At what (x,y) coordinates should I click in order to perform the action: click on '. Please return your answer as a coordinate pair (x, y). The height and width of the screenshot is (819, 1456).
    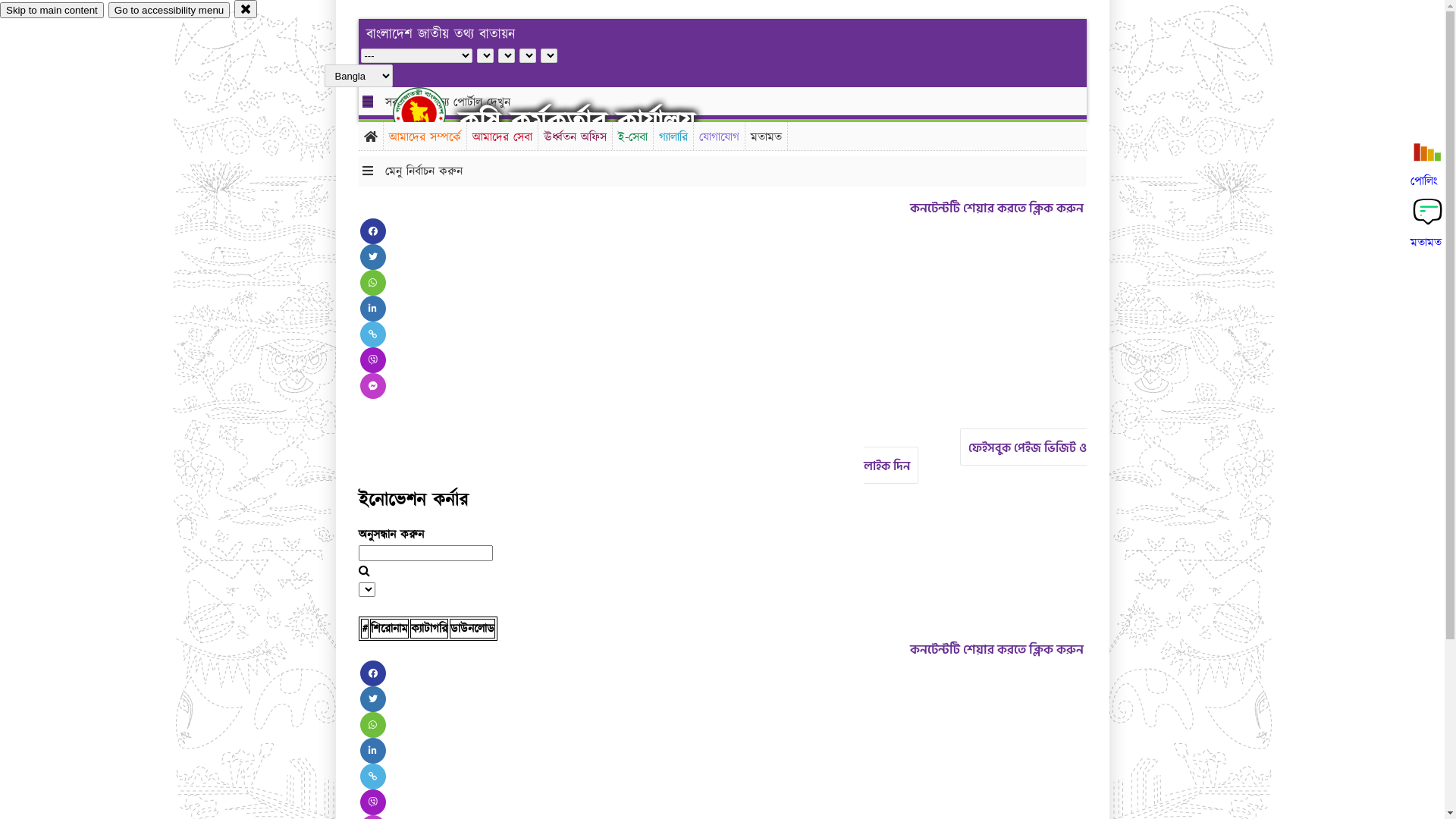
    Looking at the image, I should click on (431, 112).